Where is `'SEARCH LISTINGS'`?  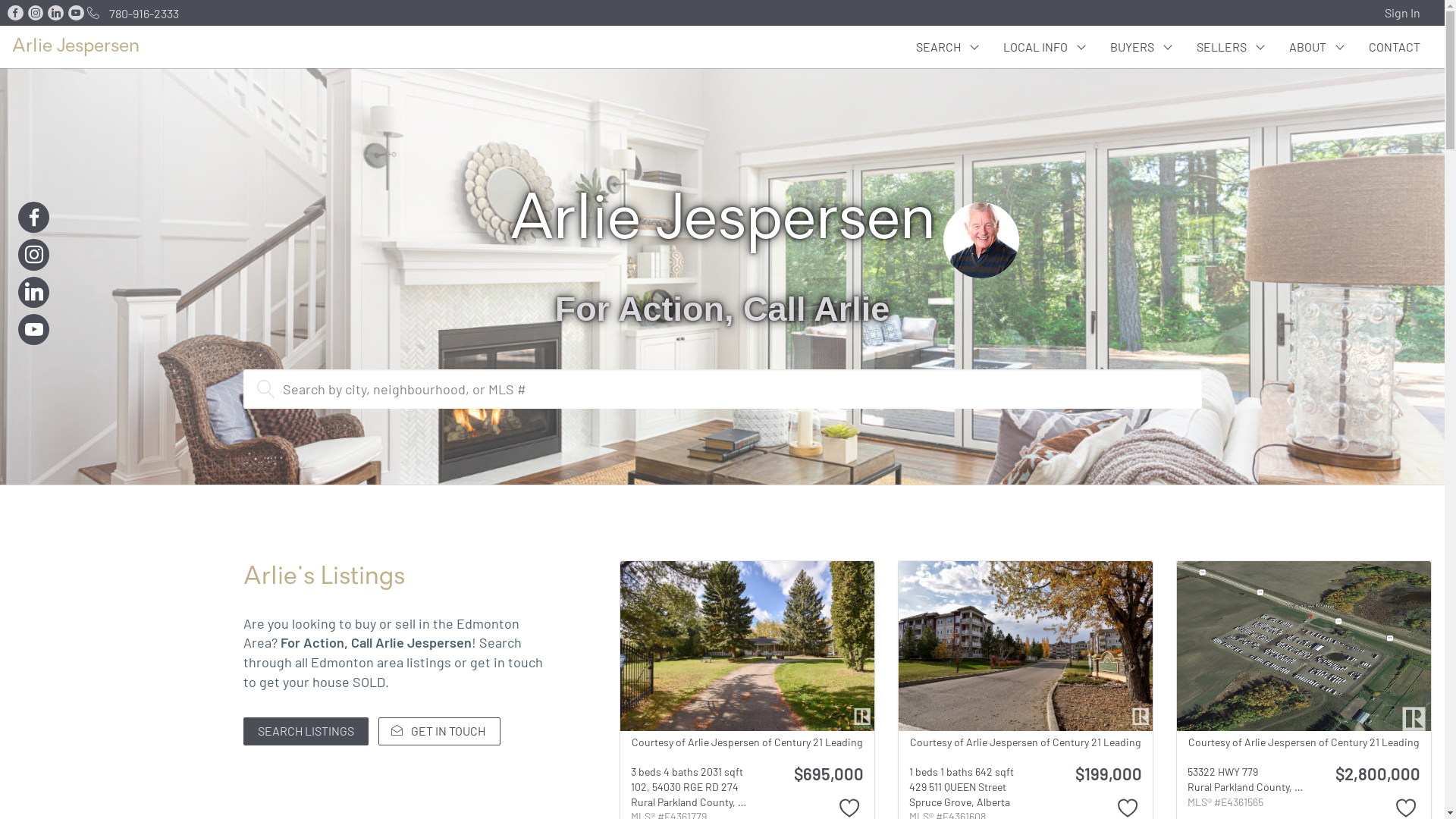
'SEARCH LISTINGS' is located at coordinates (304, 730).